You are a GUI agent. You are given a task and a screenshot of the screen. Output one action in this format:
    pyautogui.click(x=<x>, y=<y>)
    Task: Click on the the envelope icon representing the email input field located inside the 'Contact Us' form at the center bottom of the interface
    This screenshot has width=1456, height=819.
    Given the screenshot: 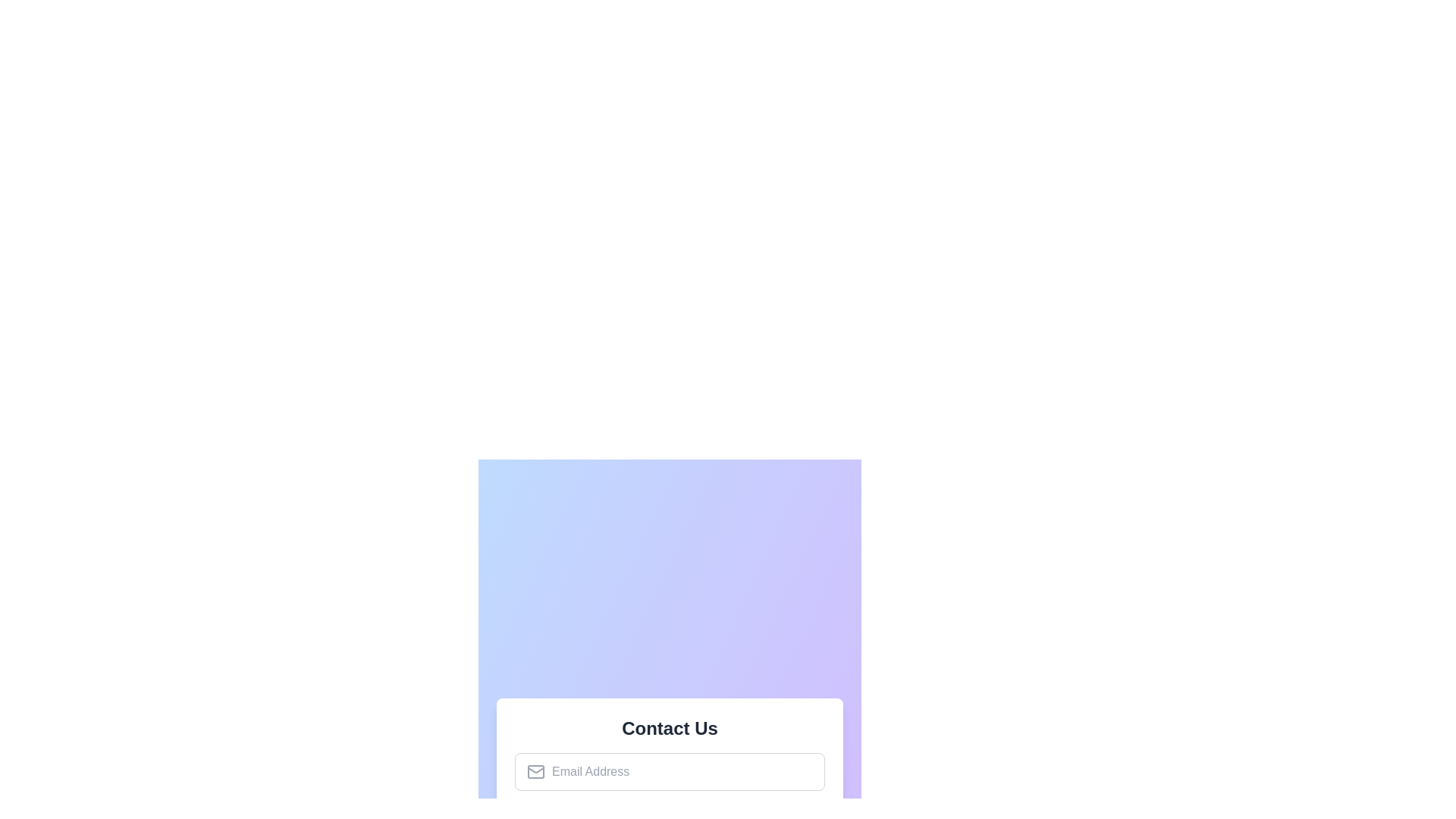 What is the action you would take?
    pyautogui.click(x=535, y=771)
    